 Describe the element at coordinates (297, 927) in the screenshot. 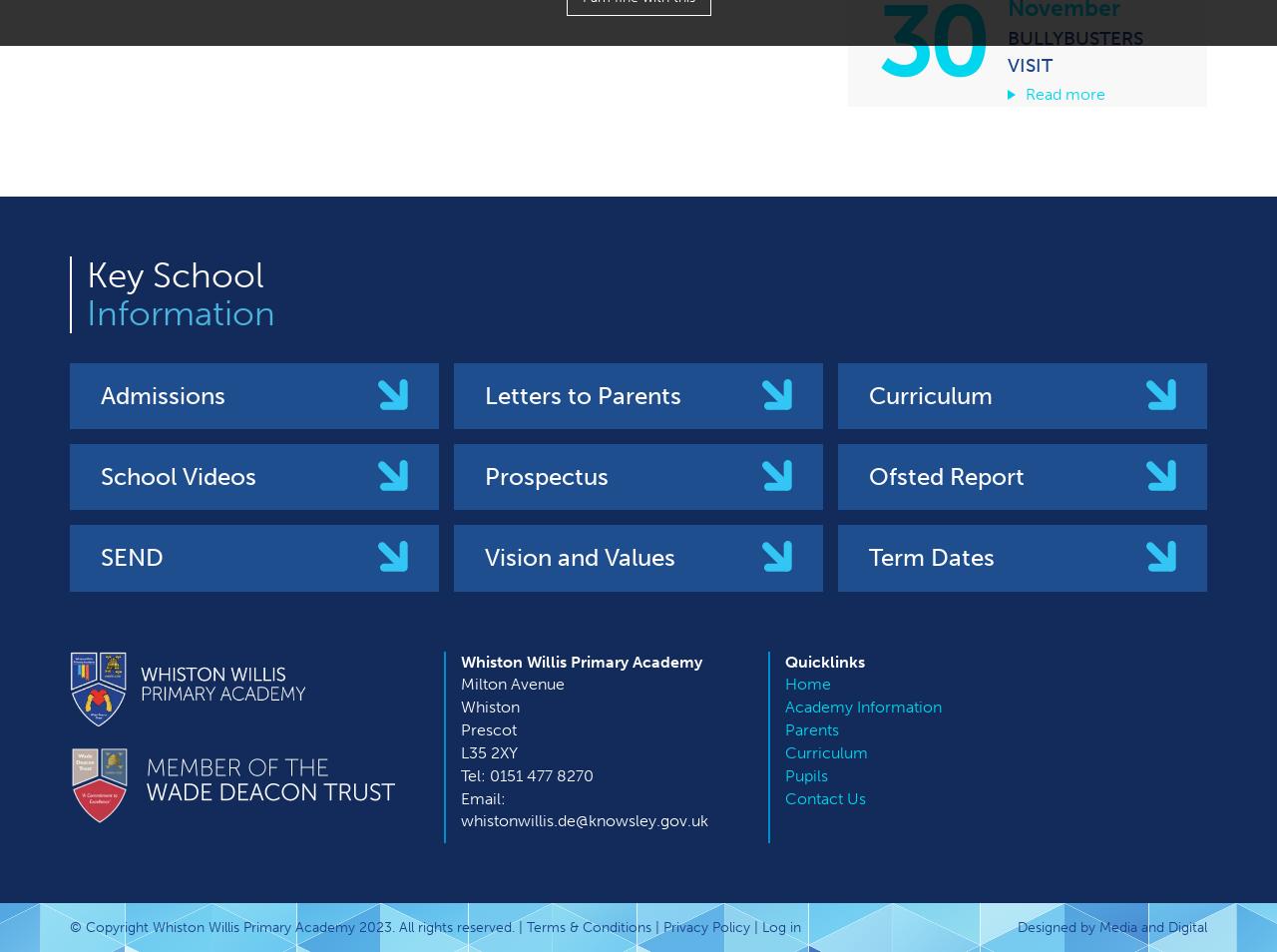

I see `'© Copyright Whiston Willis Primary Academy 2023. All rights reserved. |'` at that location.